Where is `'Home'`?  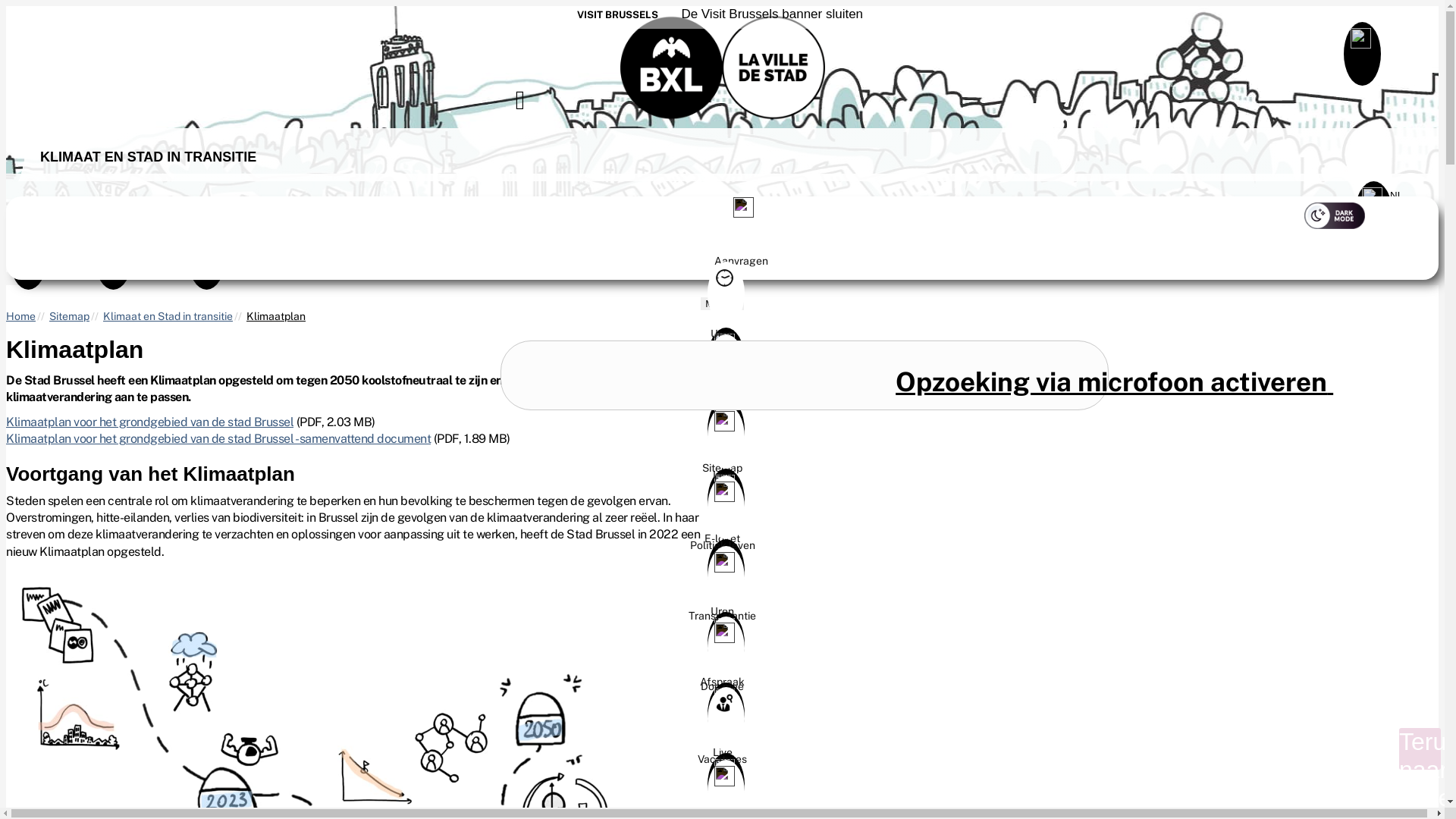 'Home' is located at coordinates (20, 315).